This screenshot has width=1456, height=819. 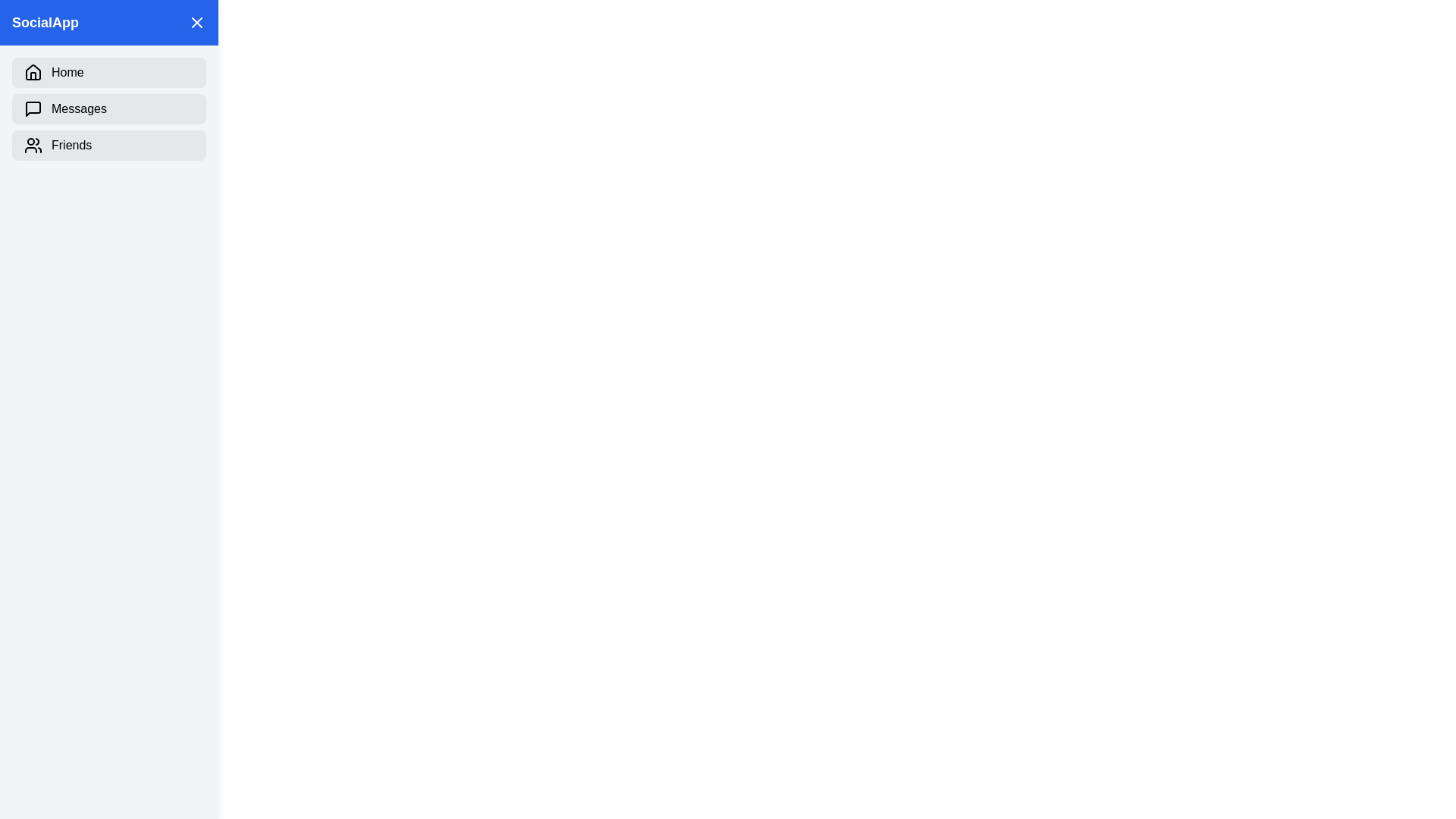 I want to click on the navigation item Messages in the sidebar, so click(x=108, y=108).